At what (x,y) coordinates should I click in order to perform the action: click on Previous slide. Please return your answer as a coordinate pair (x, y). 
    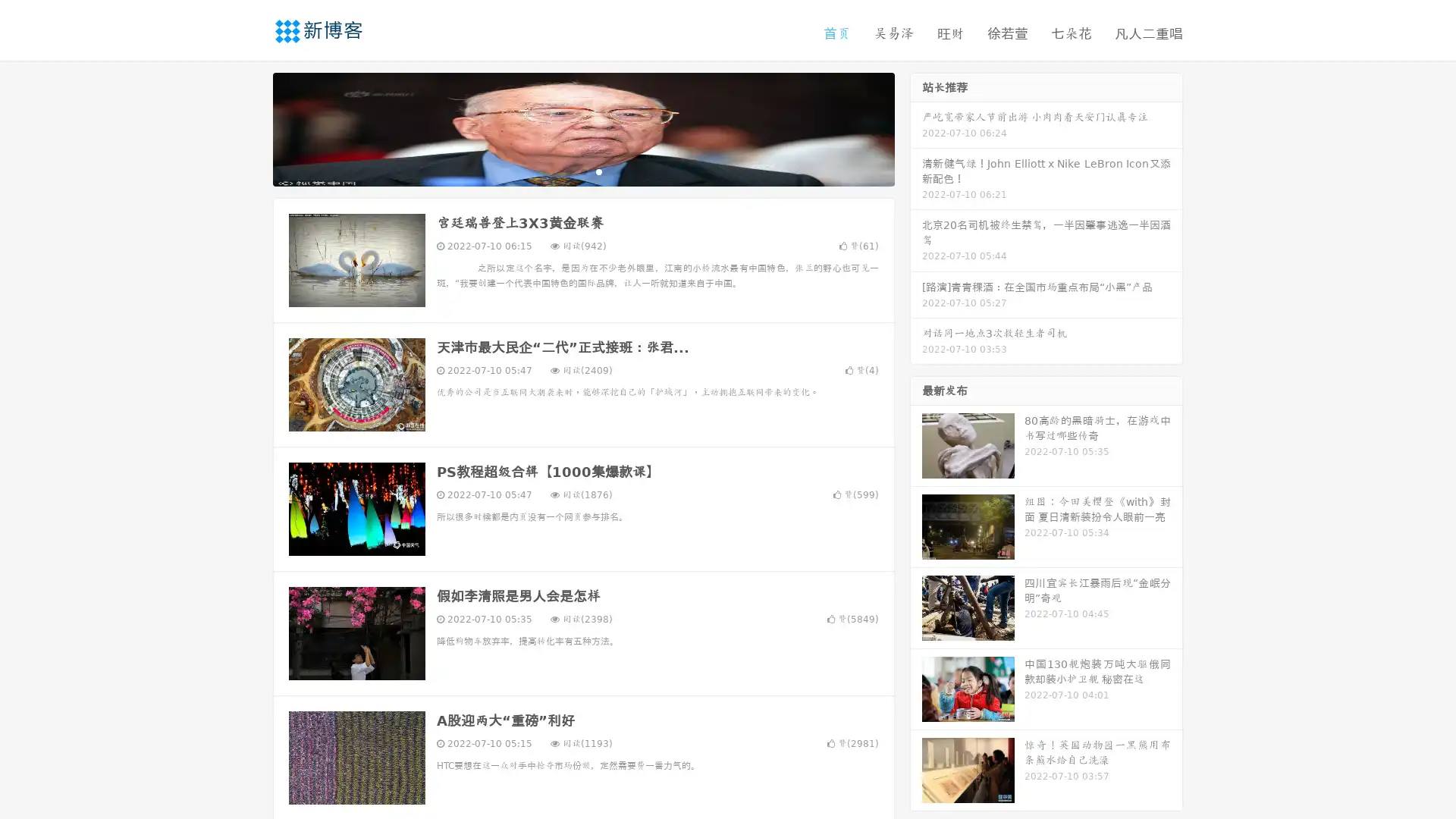
    Looking at the image, I should click on (250, 127).